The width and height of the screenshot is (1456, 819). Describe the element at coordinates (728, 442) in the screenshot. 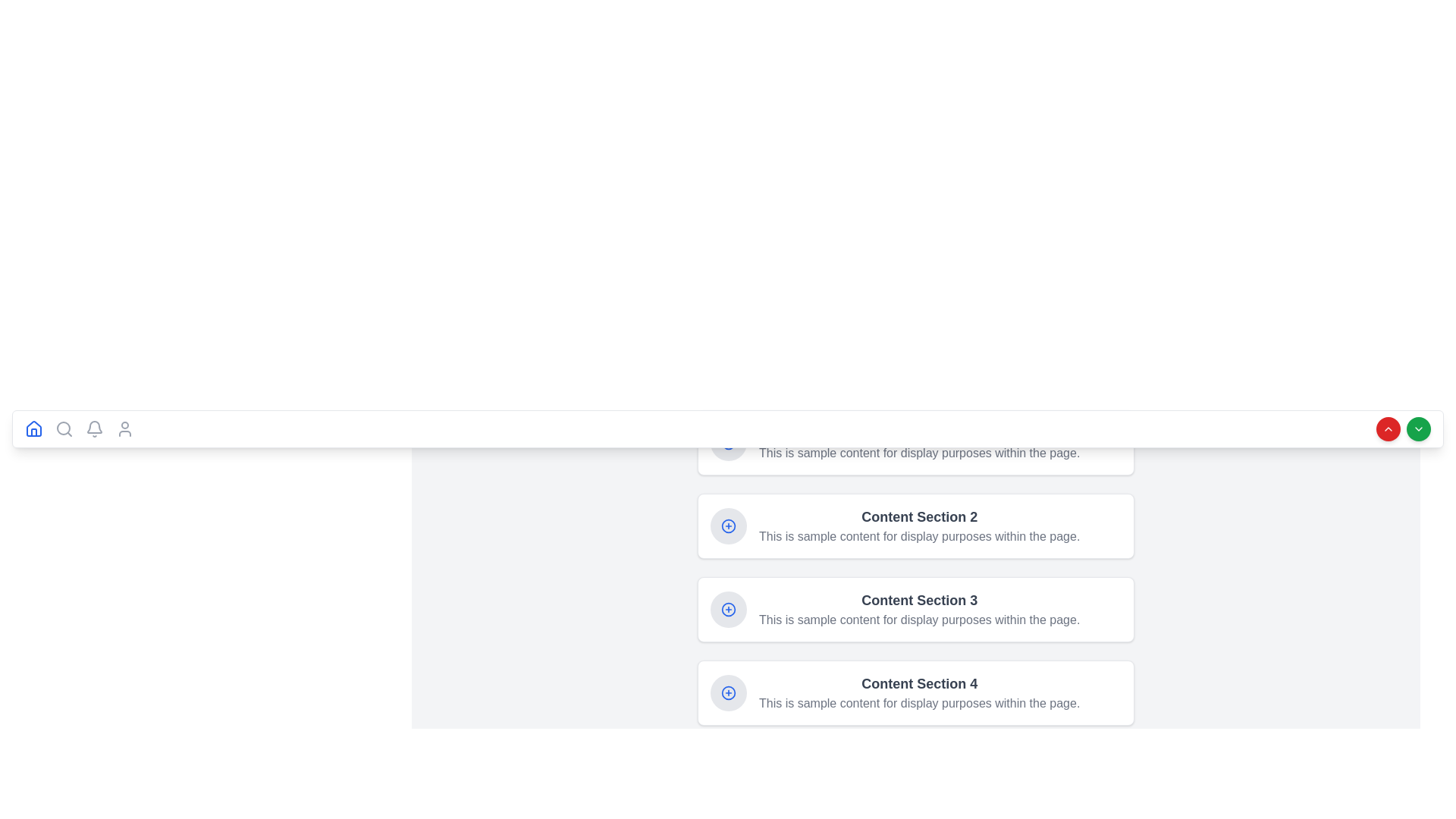

I see `the blue circular icon button with a plus symbol (+) to initiate an add action in the content section labeled 'Content Section 1'` at that location.